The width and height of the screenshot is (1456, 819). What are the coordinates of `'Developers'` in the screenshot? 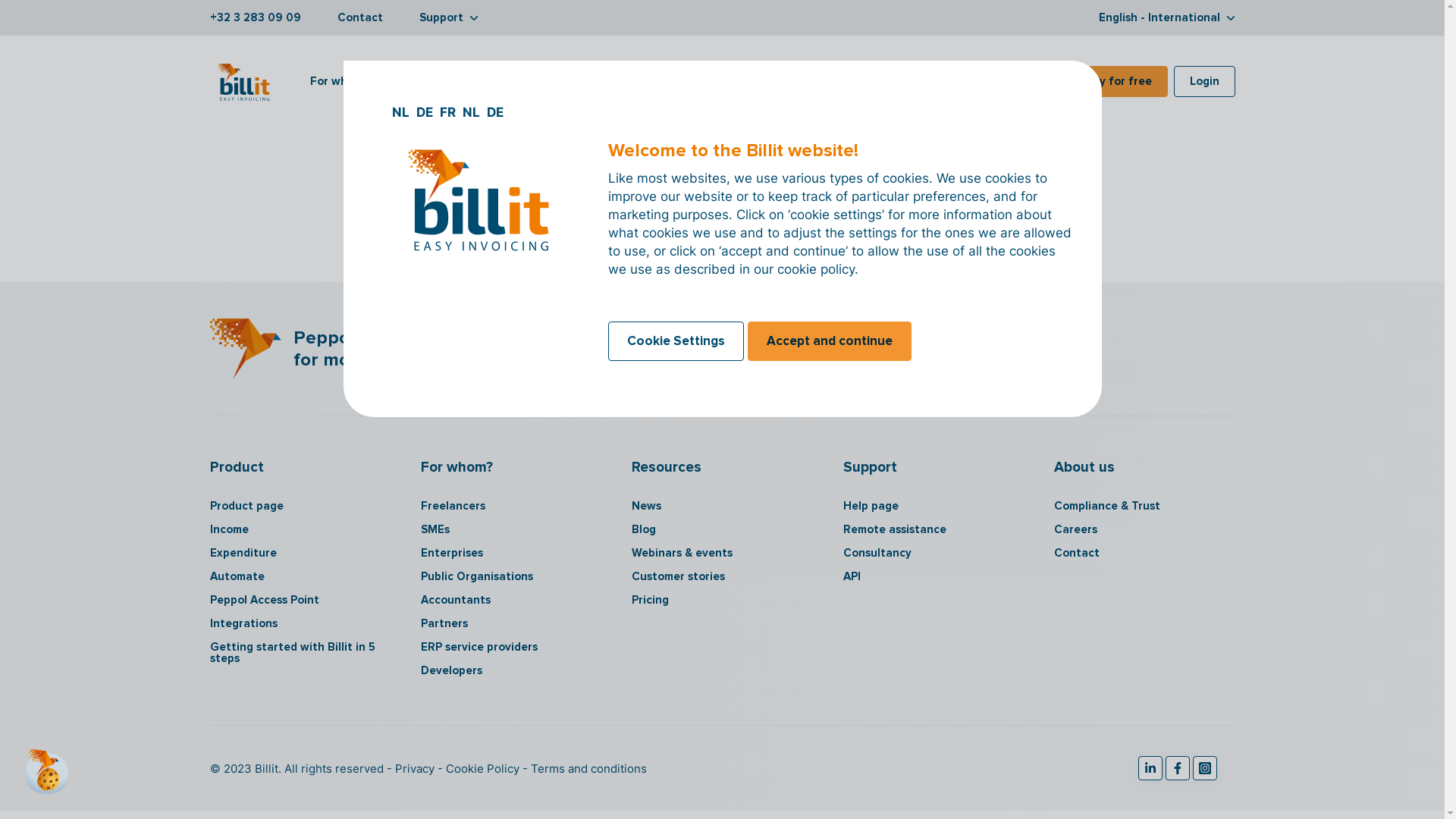 It's located at (421, 670).